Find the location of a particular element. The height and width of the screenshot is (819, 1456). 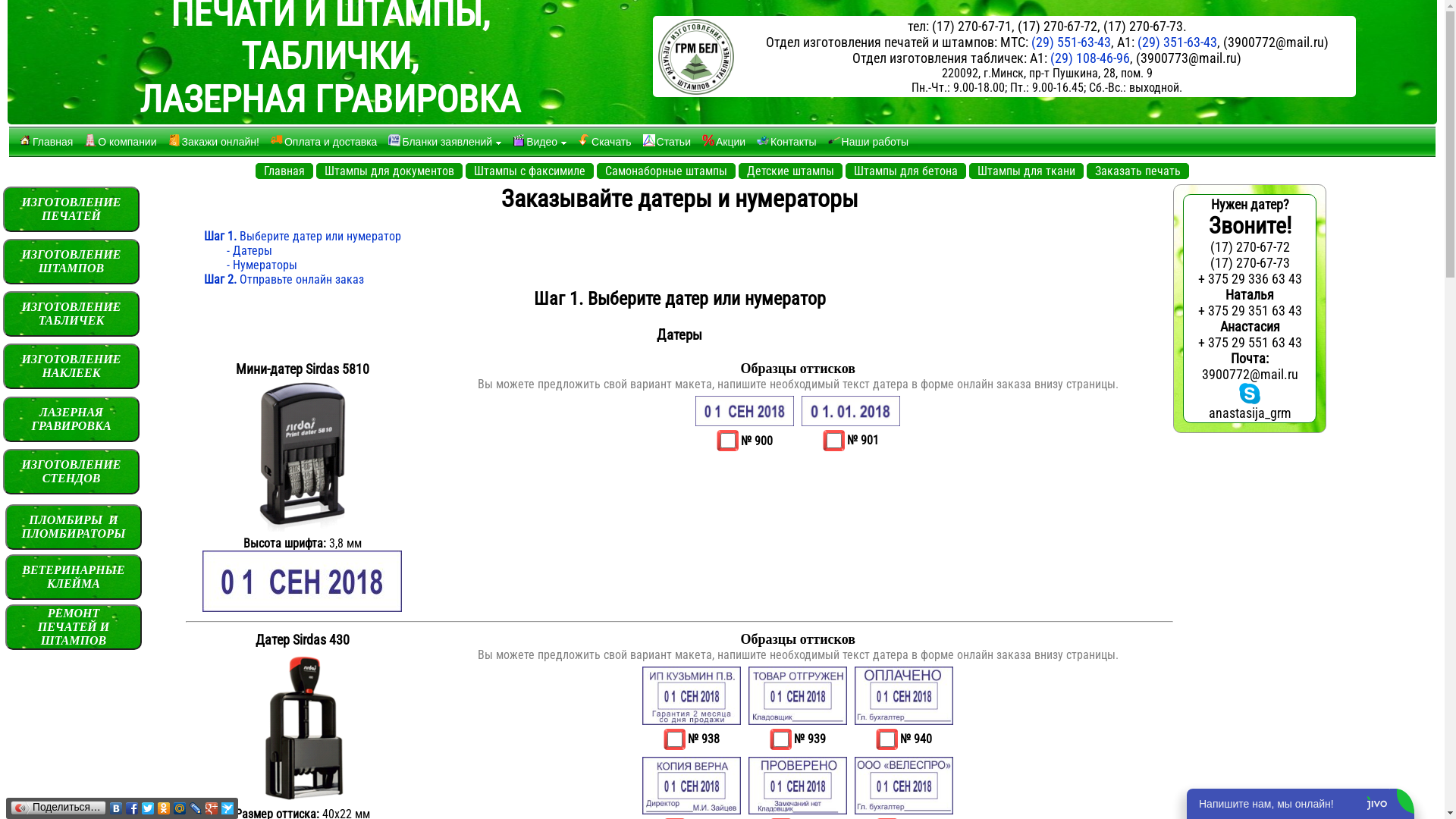

'skype' is located at coordinates (1249, 393).